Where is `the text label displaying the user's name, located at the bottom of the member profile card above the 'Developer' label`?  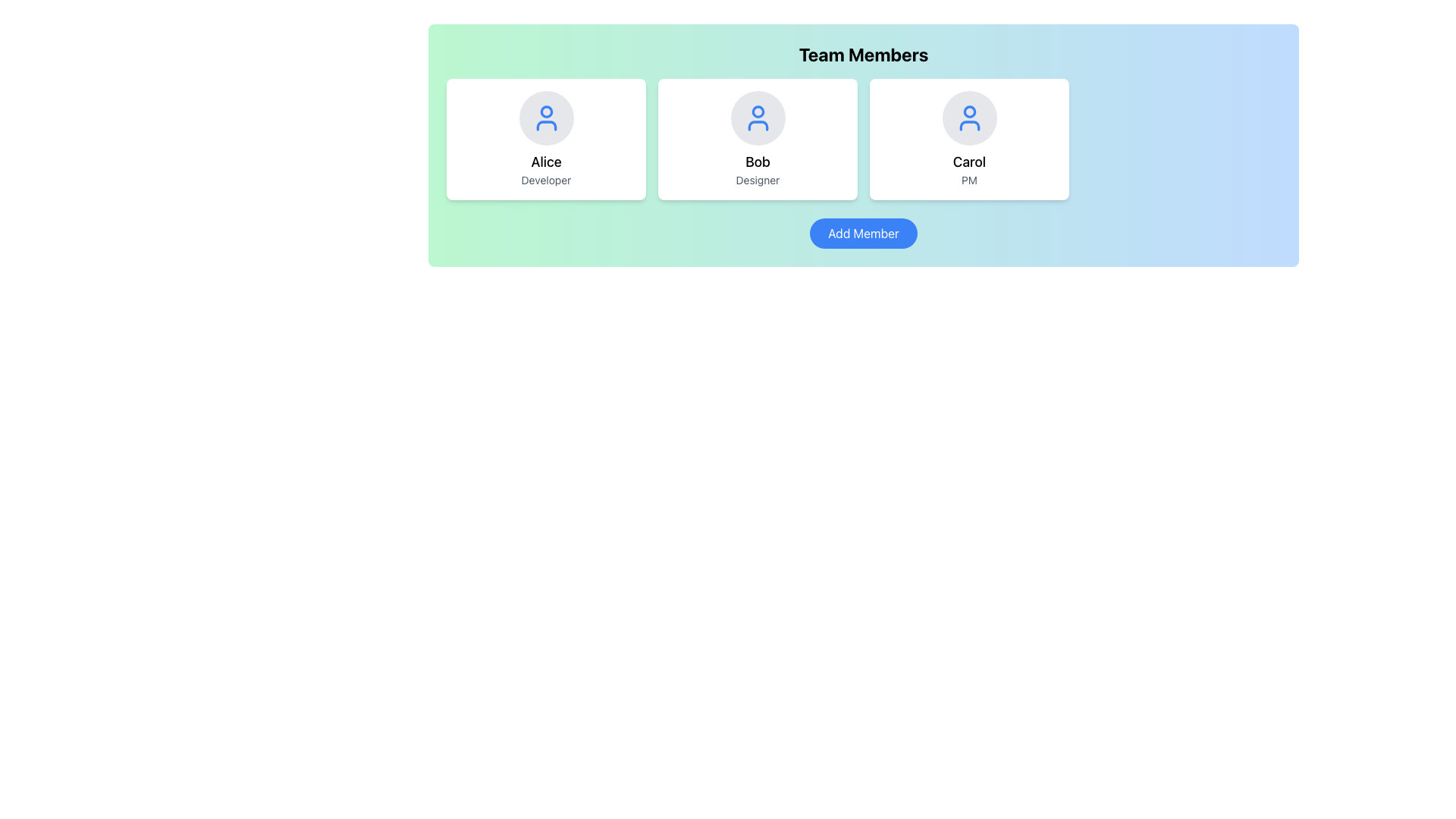 the text label displaying the user's name, located at the bottom of the member profile card above the 'Developer' label is located at coordinates (546, 162).